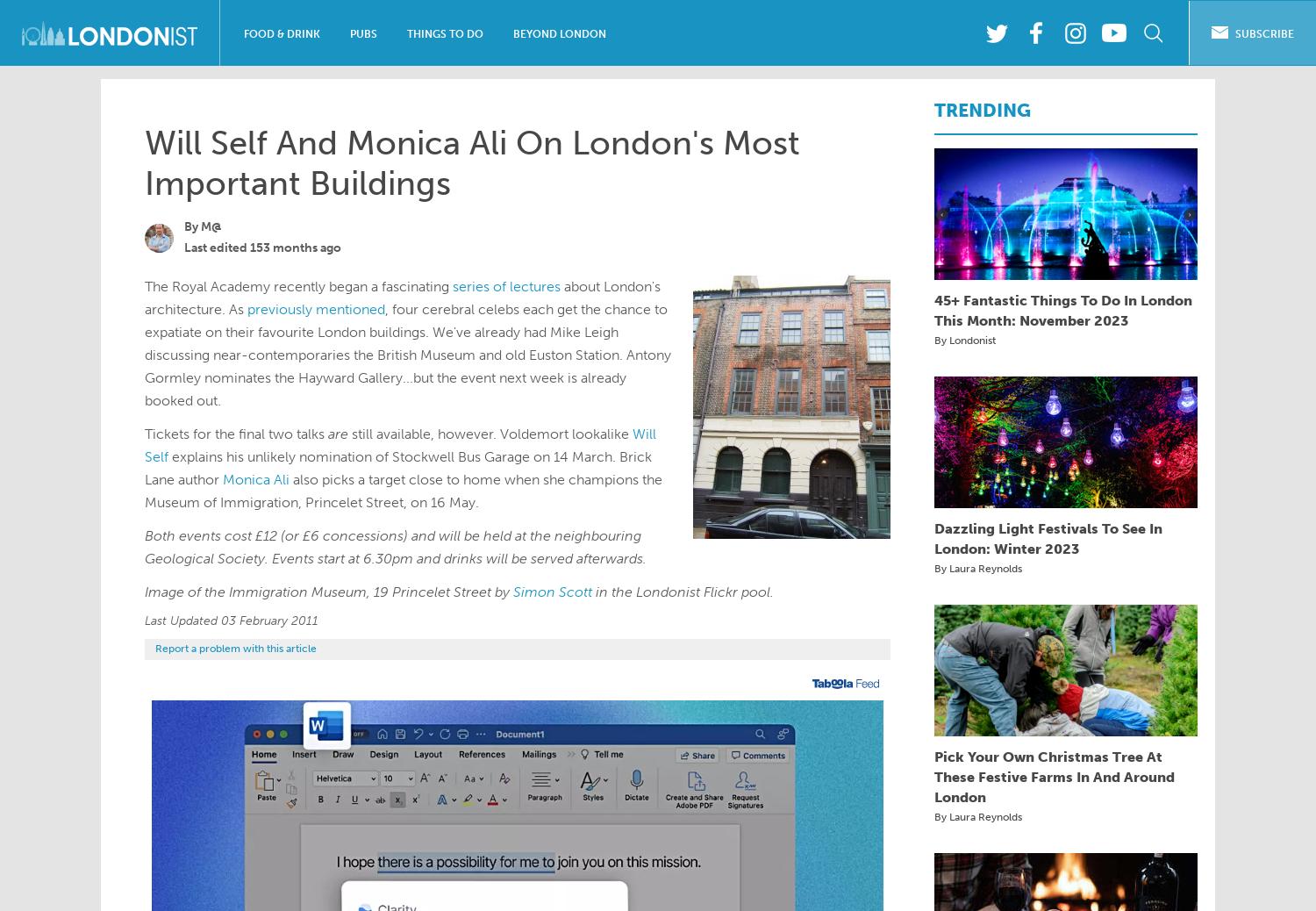  I want to click on 'still available, however. Voldemort lookalike', so click(490, 434).